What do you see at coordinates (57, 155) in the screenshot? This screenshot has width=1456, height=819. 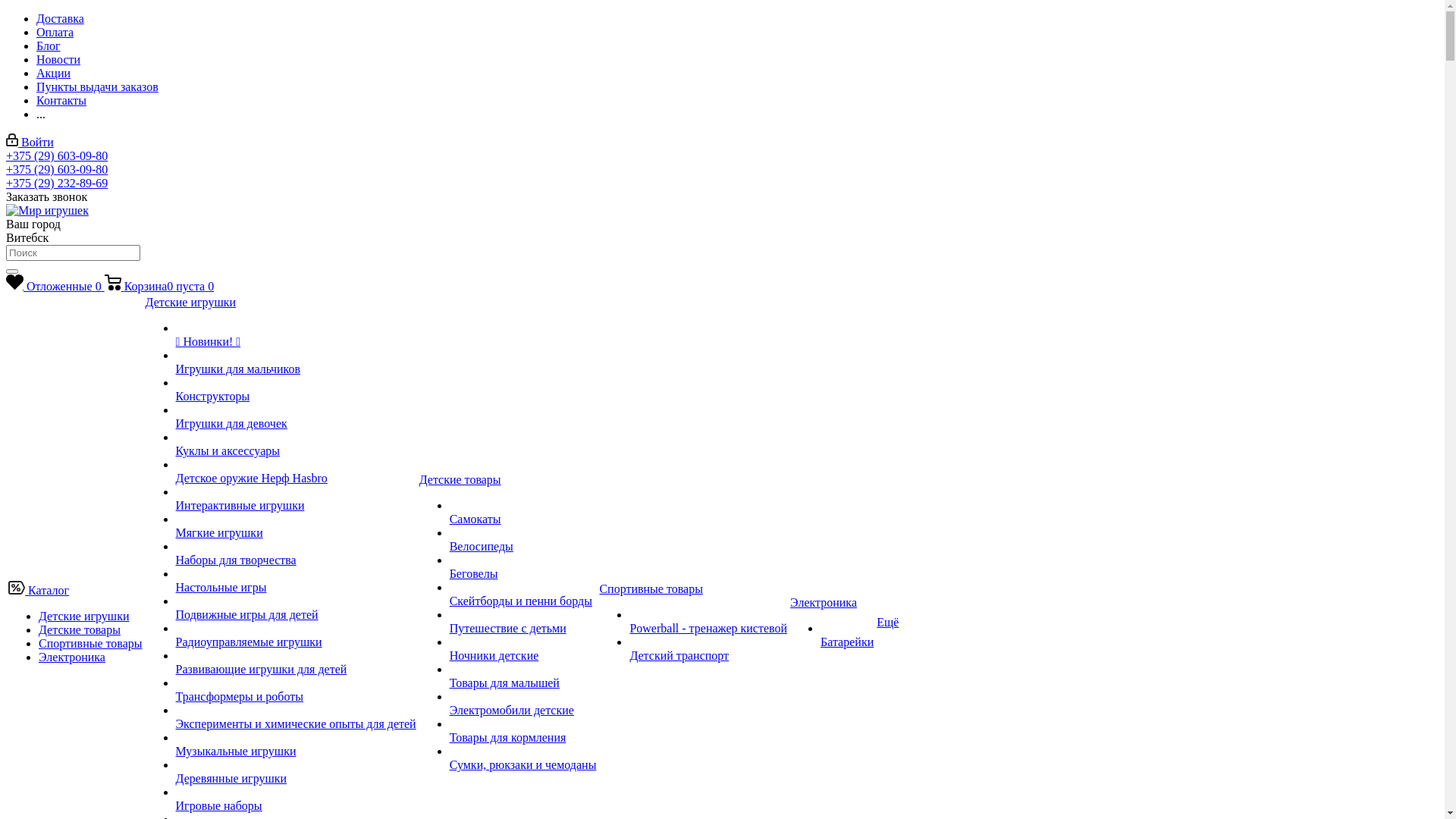 I see `'+375 (29) 603-09-80'` at bounding box center [57, 155].